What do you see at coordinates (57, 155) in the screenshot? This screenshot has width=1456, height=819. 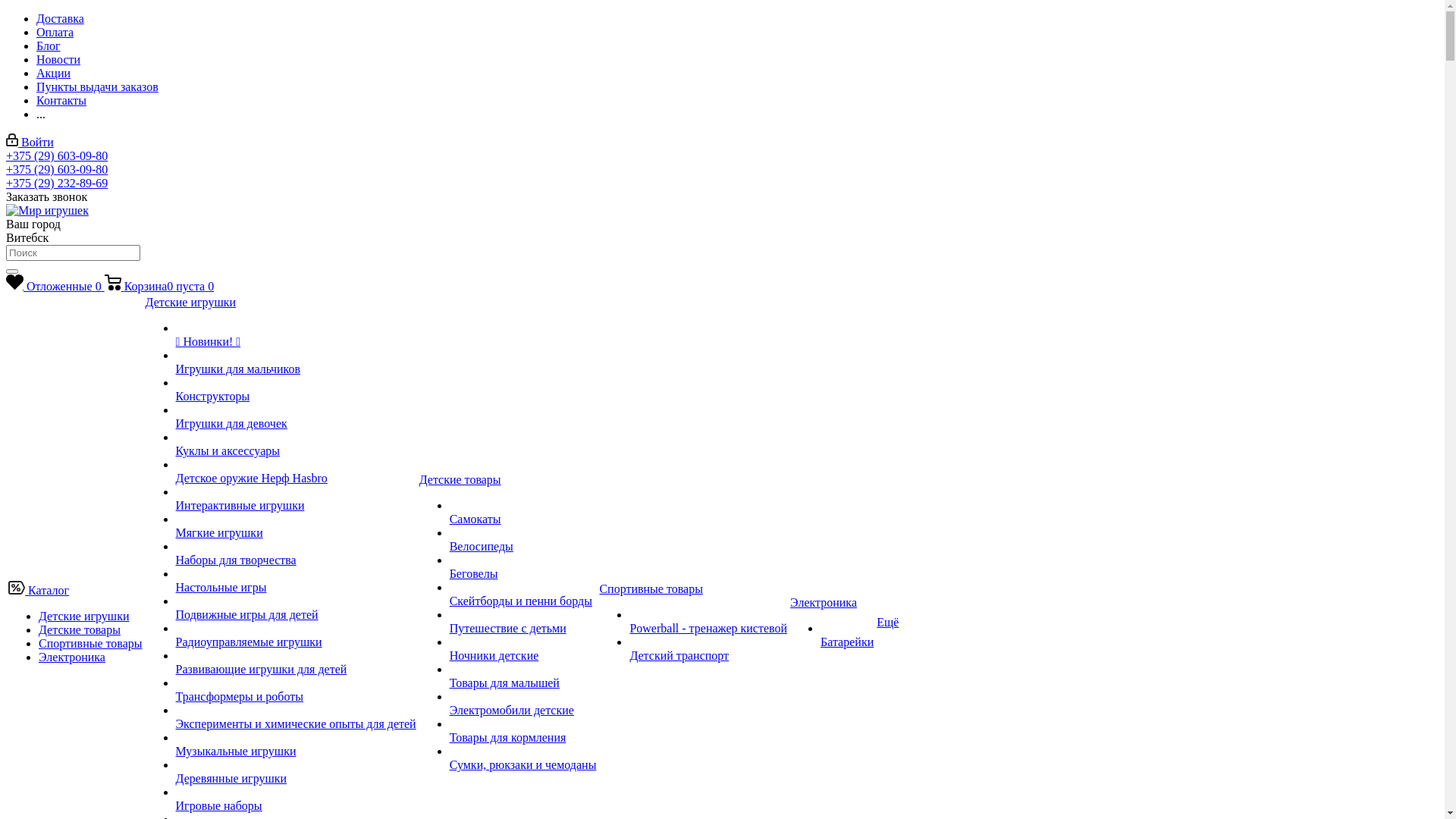 I see `'+375 (29) 603-09-80'` at bounding box center [57, 155].